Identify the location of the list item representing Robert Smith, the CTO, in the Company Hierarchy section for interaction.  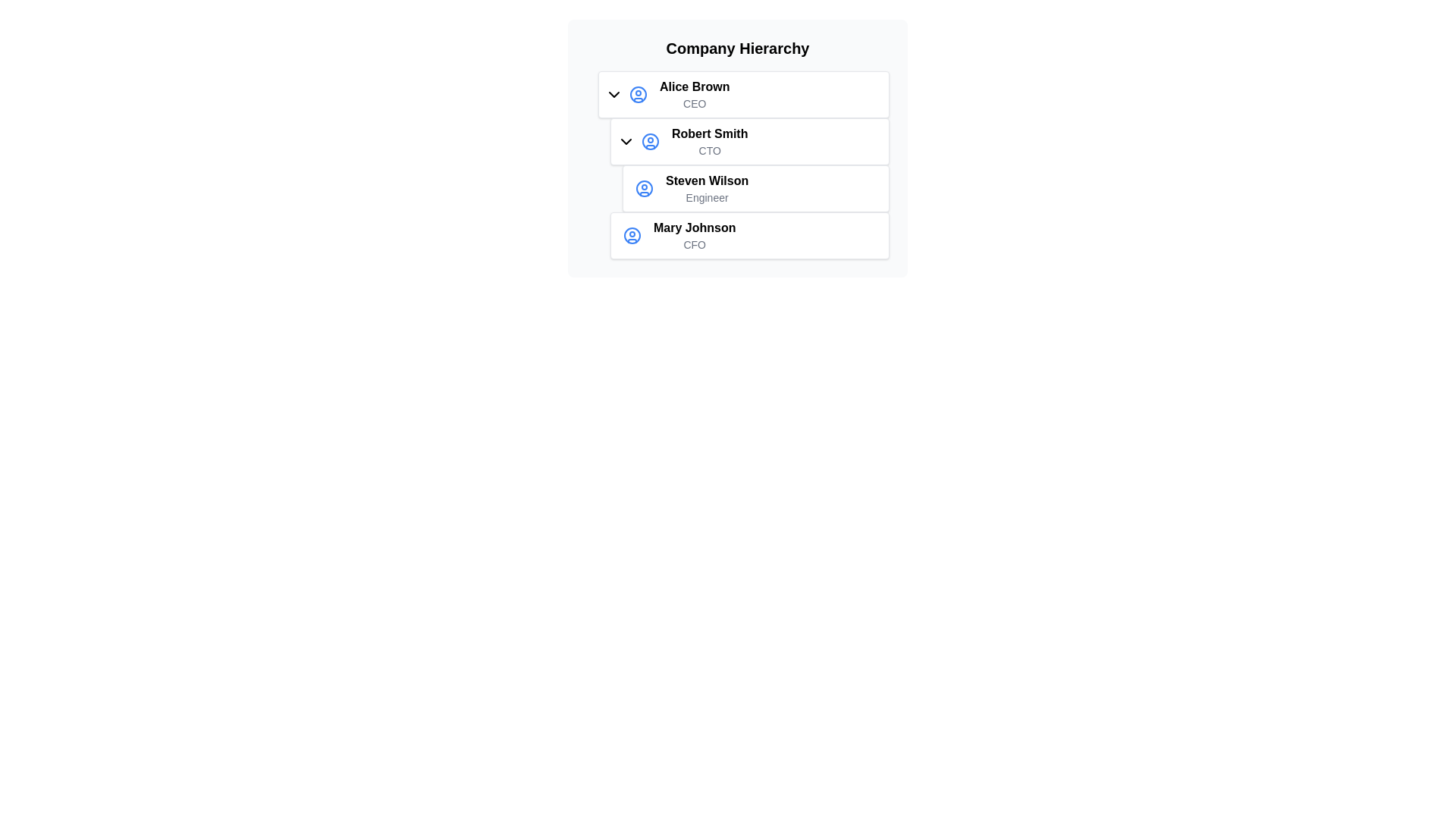
(743, 165).